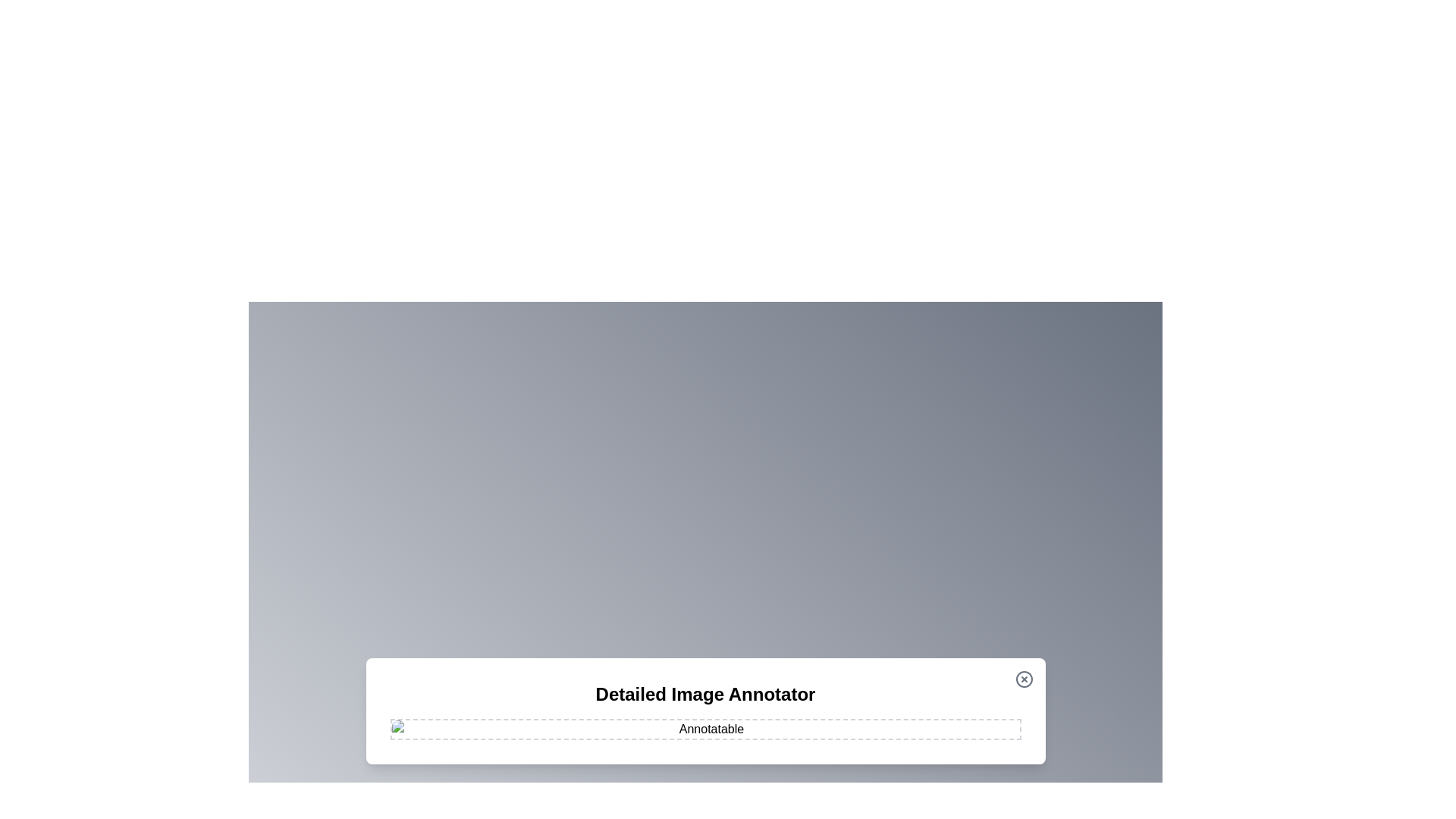  Describe the element at coordinates (867, 728) in the screenshot. I see `the image at coordinates (1144, 962) to add an annotation` at that location.